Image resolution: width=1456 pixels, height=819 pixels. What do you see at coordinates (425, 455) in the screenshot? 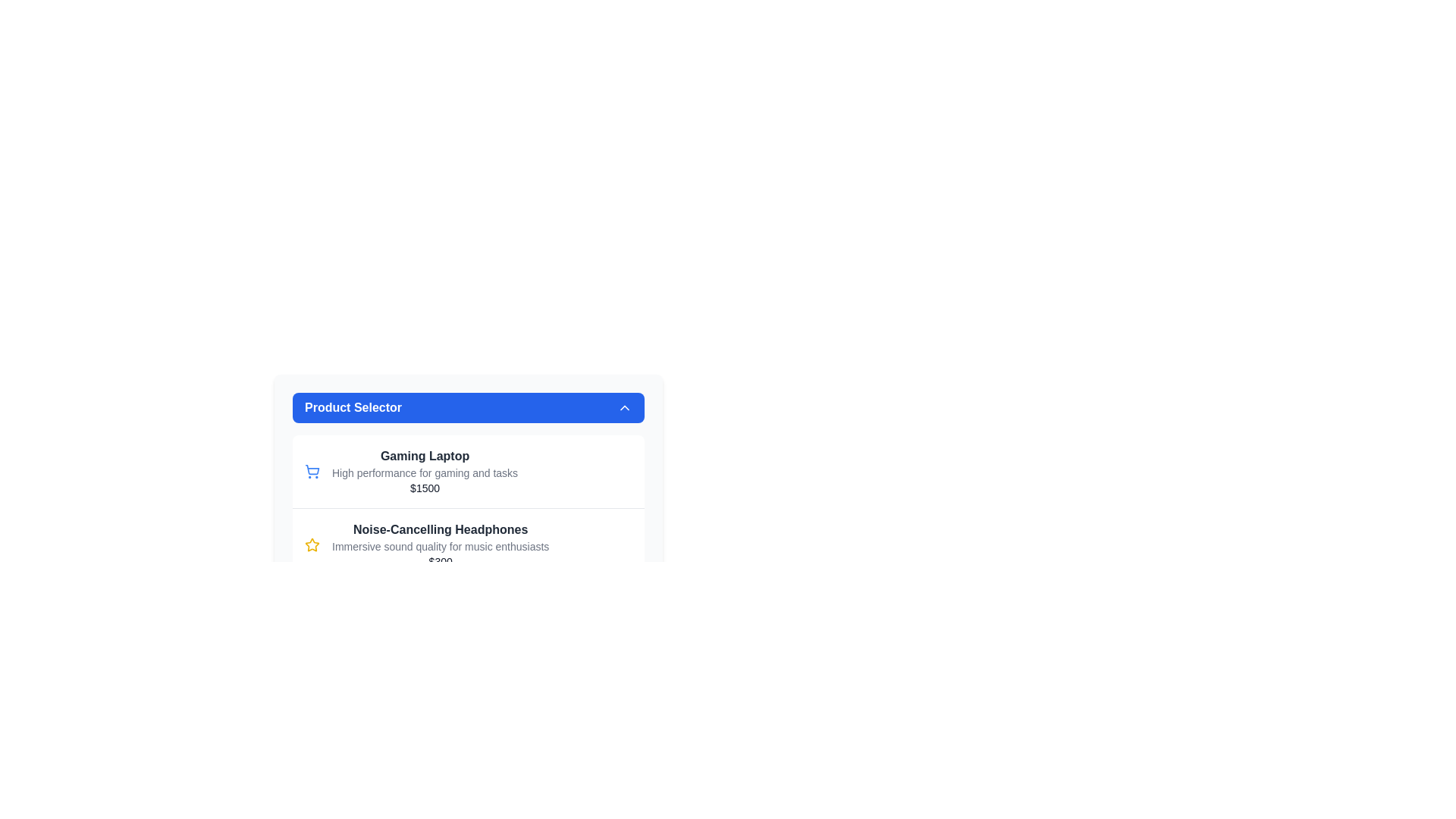
I see `text label that reads 'Gaming Laptop' for identification` at bounding box center [425, 455].